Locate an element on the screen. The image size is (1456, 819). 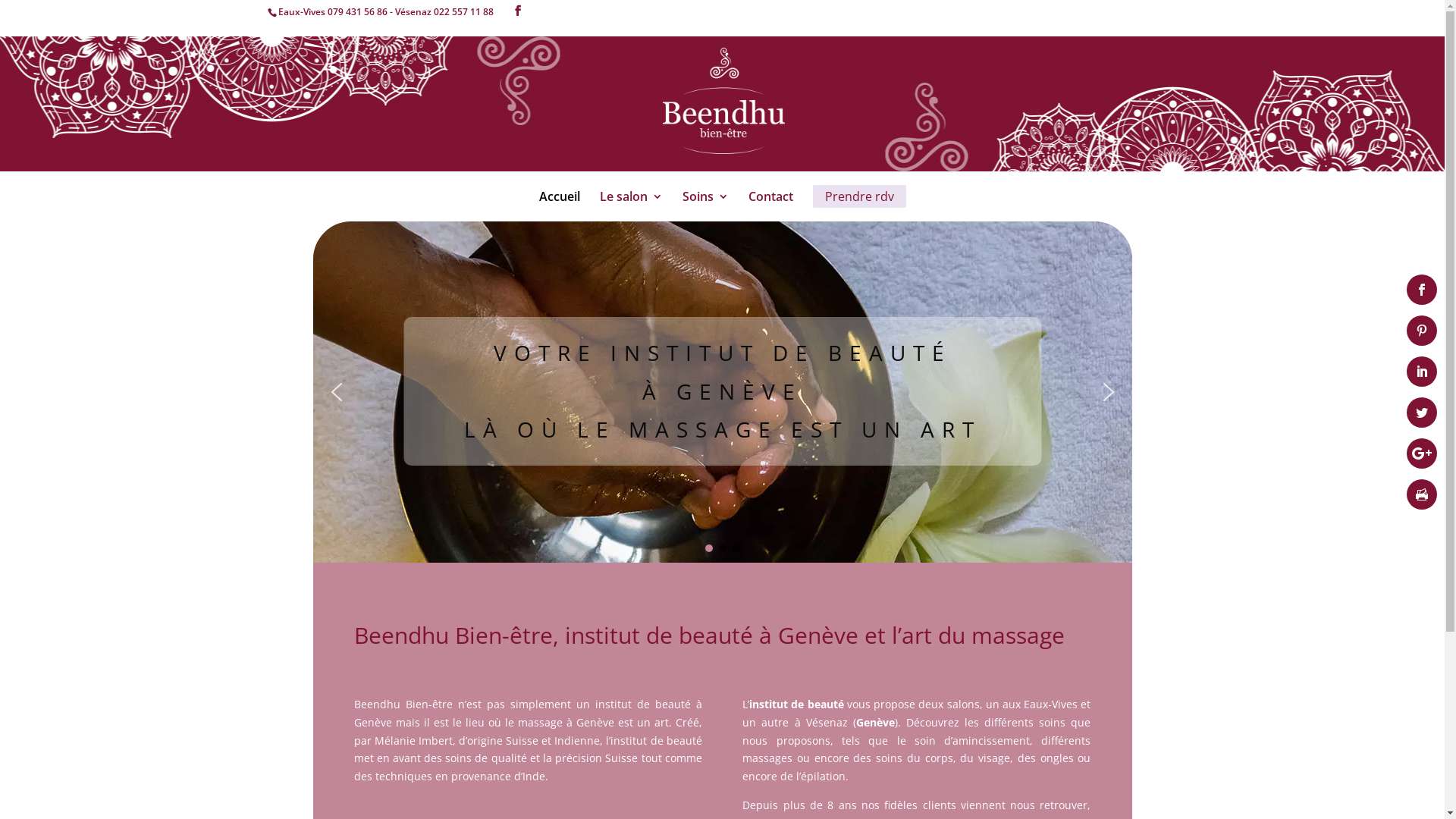
'Accueil' is located at coordinates (558, 207).